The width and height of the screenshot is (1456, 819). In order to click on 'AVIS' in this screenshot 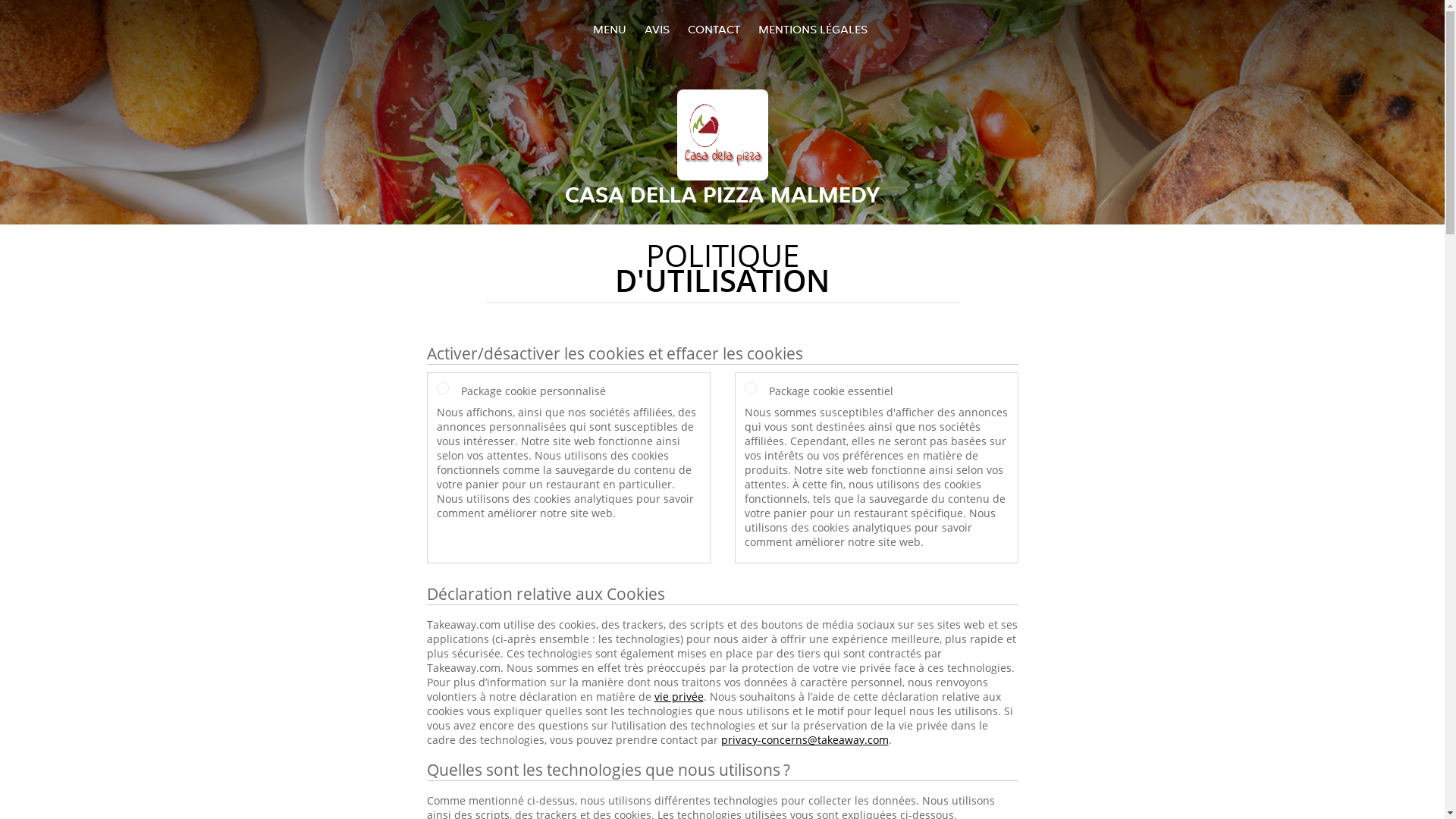, I will do `click(657, 29)`.